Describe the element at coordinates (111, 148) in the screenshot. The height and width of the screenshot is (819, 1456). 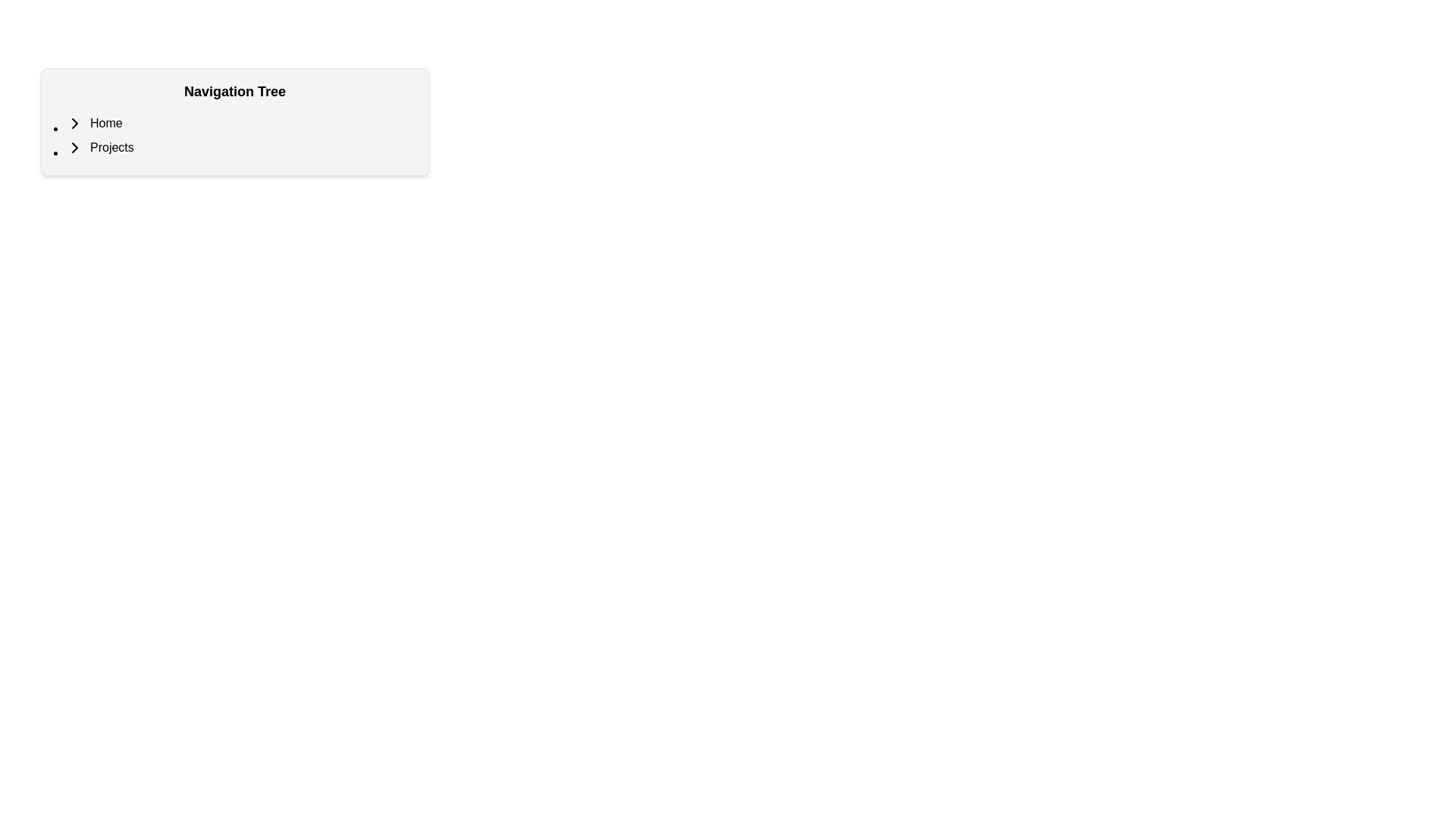
I see `the 'Projects' text label in the navigation menu` at that location.